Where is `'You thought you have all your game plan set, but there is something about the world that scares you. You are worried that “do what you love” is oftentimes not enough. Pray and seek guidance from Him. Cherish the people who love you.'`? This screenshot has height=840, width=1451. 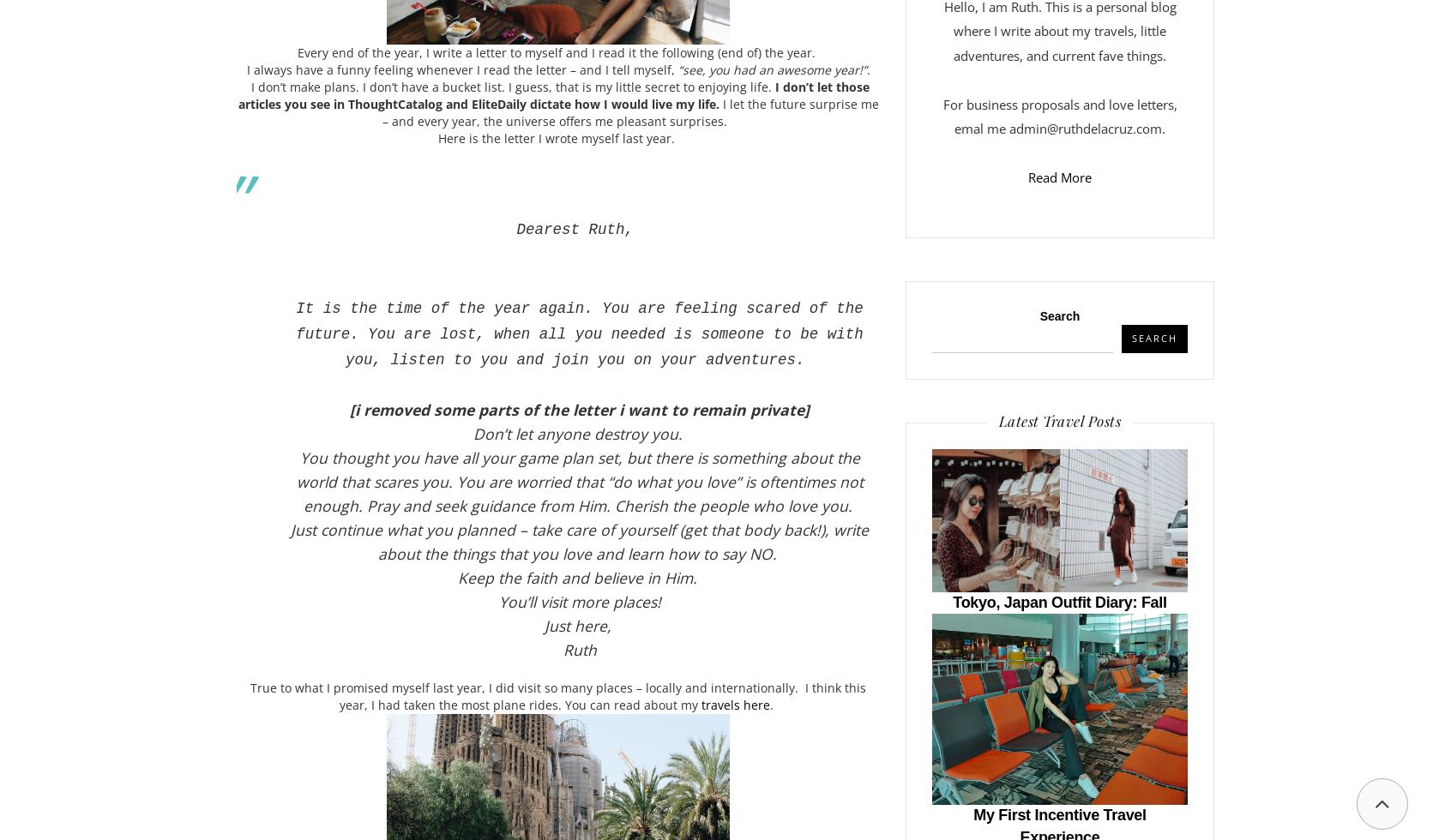 'You thought you have all your game plan set, but there is something about the world that scares you. You are worried that “do what you love” is oftentimes not enough. Pray and seek guidance from Him. Cherish the people who love you.' is located at coordinates (579, 480).